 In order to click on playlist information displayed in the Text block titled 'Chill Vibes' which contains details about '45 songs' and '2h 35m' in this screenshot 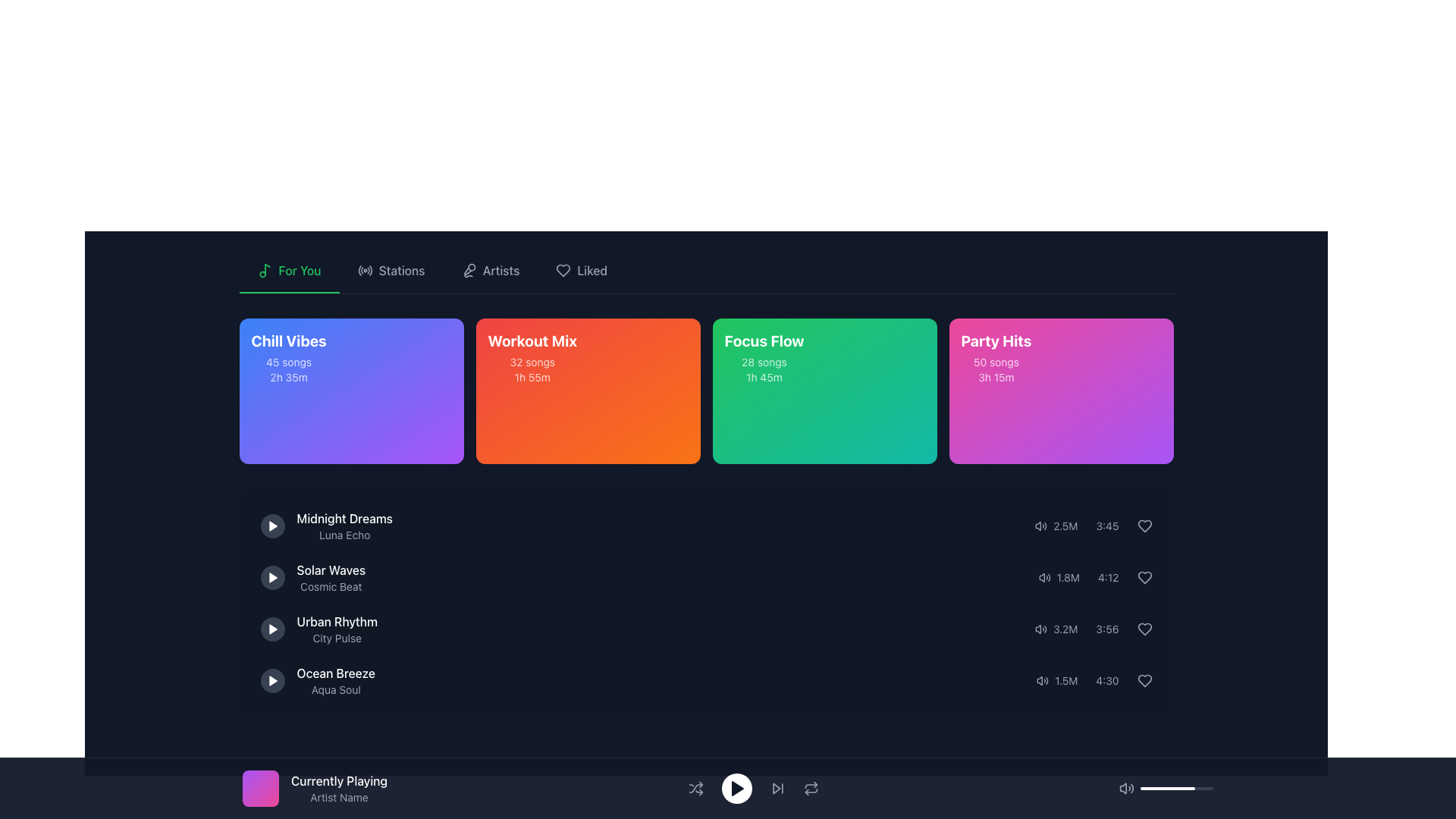, I will do `click(289, 357)`.